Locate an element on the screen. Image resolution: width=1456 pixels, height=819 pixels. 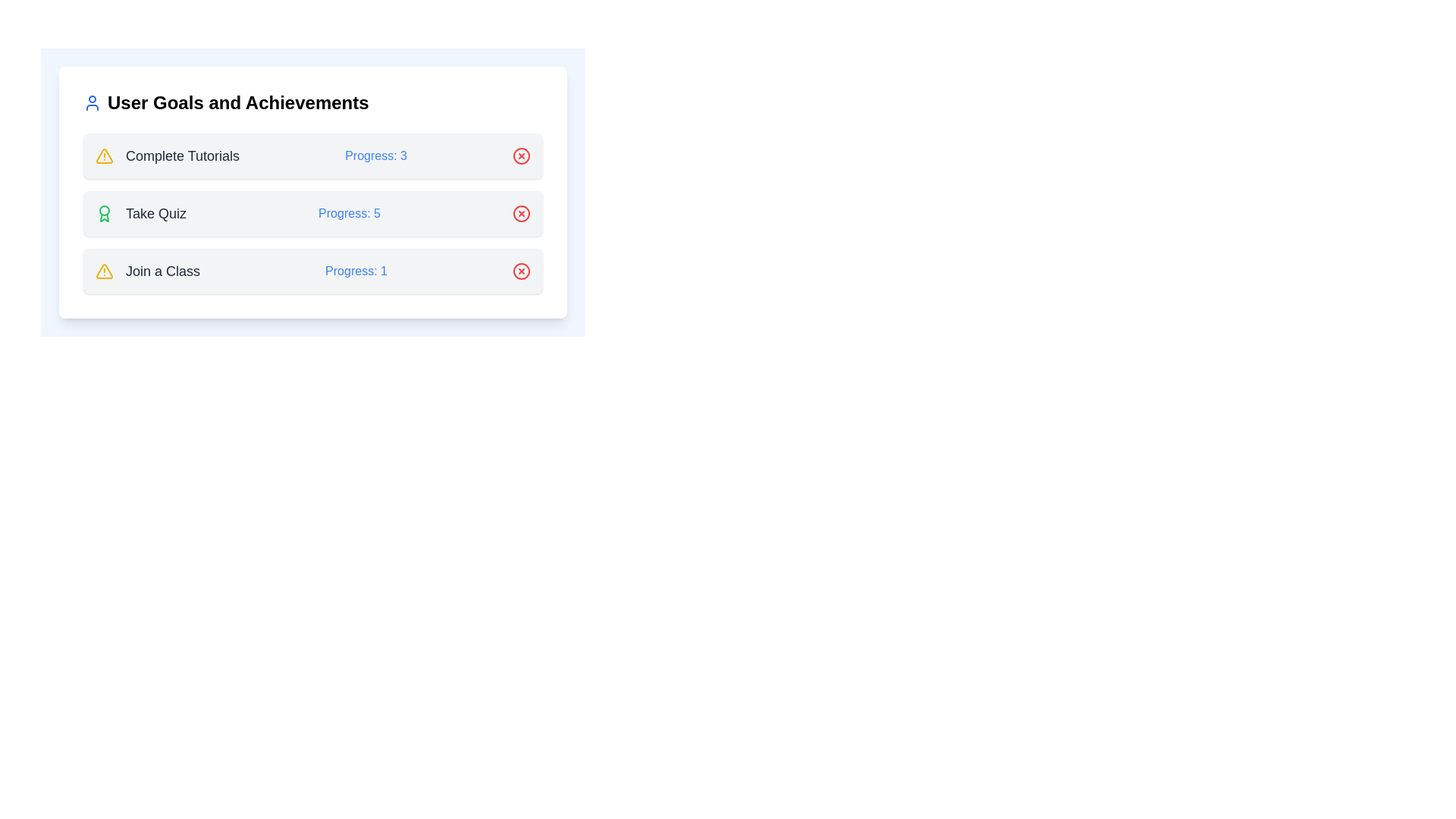
the 'Join a Class' text label with the yellow triangular warning icon located in the third row of user goals and achievements is located at coordinates (148, 271).